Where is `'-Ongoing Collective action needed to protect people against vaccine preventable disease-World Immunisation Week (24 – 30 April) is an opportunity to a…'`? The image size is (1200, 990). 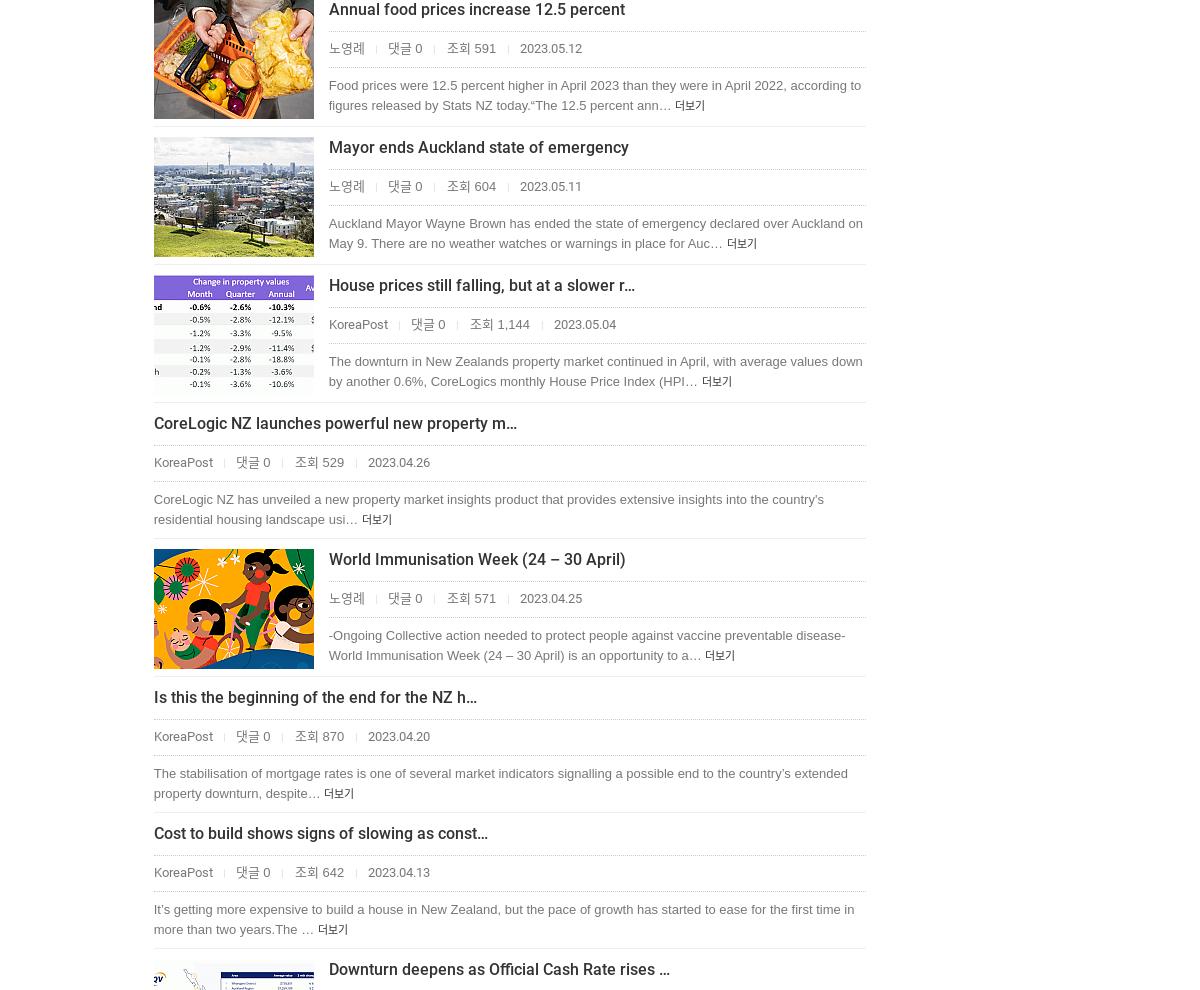
'-Ongoing Collective action needed to protect people against vaccine preventable disease-World Immunisation Week (24 – 30 April) is an opportunity to a…' is located at coordinates (585, 645).